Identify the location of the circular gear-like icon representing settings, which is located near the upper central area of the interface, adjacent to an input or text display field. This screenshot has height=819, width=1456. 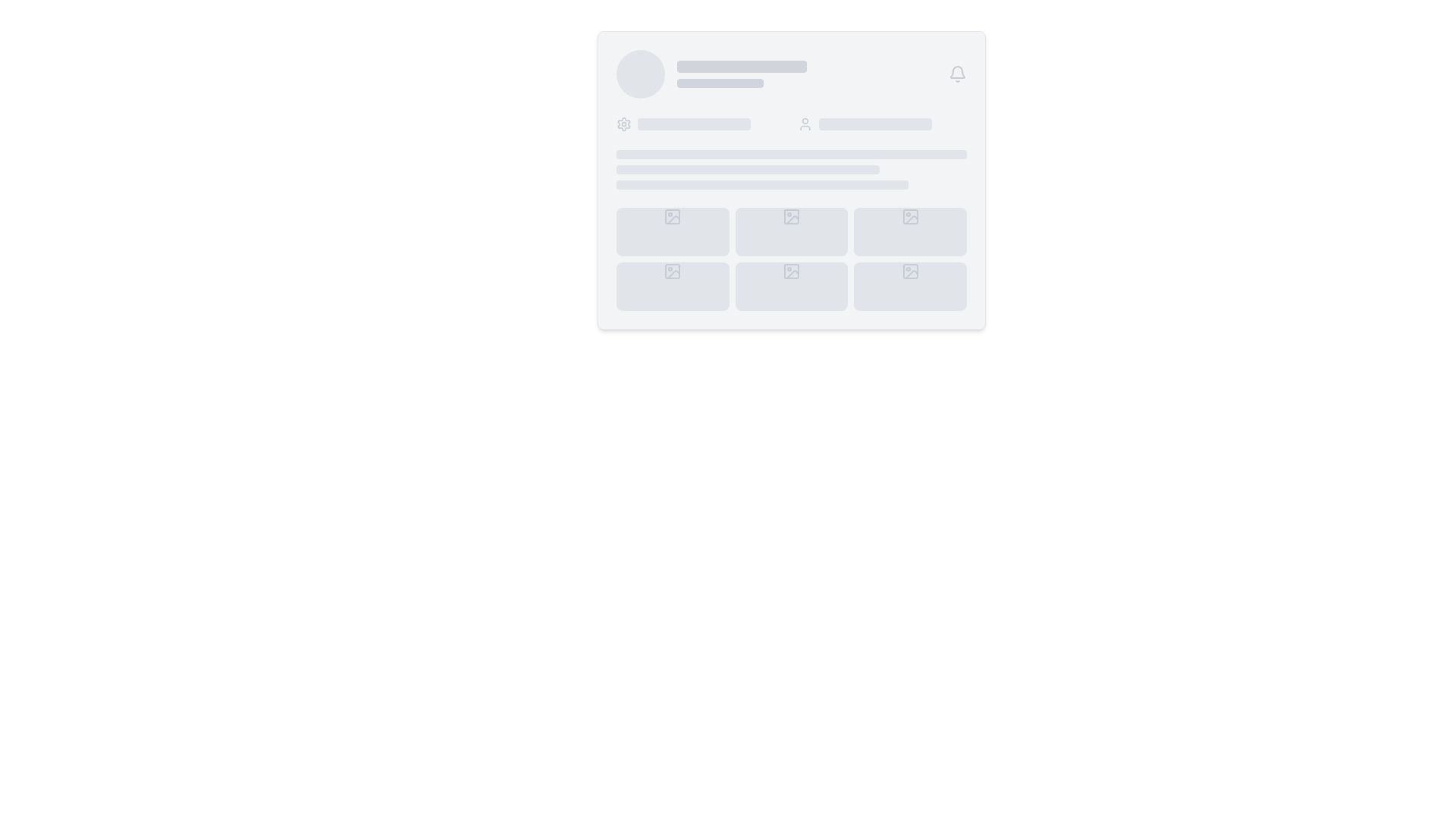
(623, 124).